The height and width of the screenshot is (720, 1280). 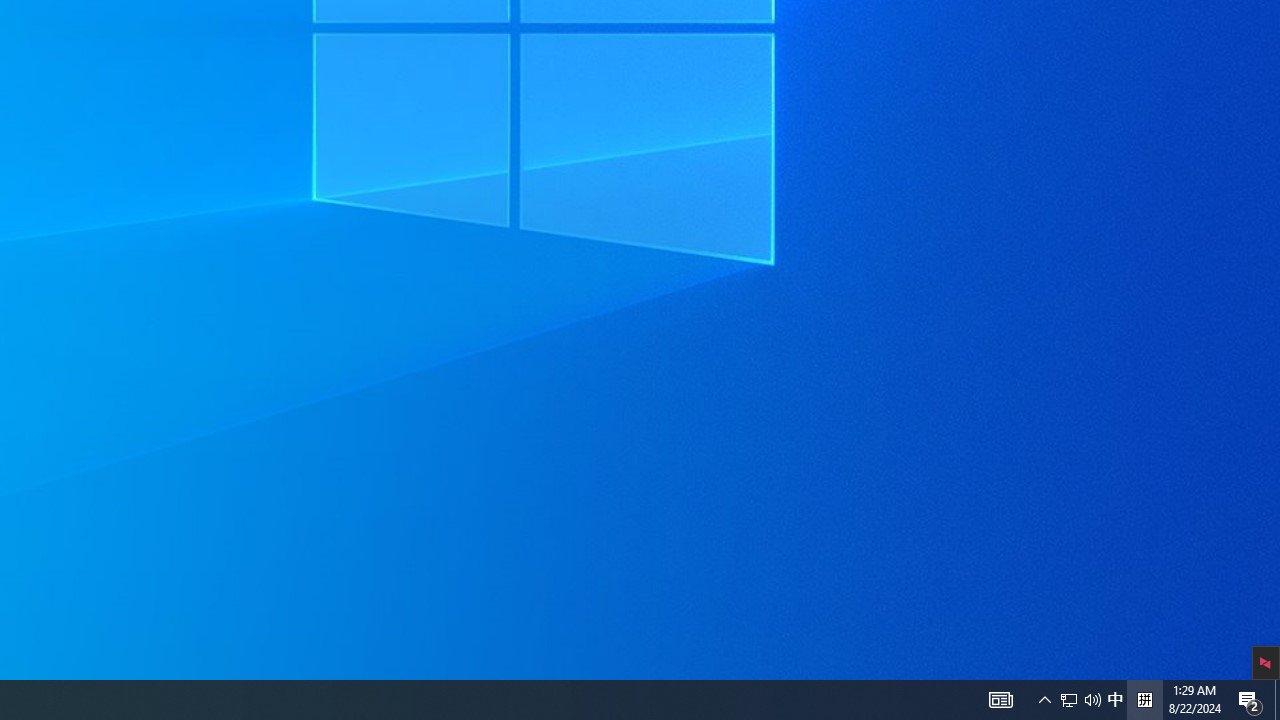 What do you see at coordinates (1276, 698) in the screenshot?
I see `'Action Center, 2 new notifications'` at bounding box center [1276, 698].